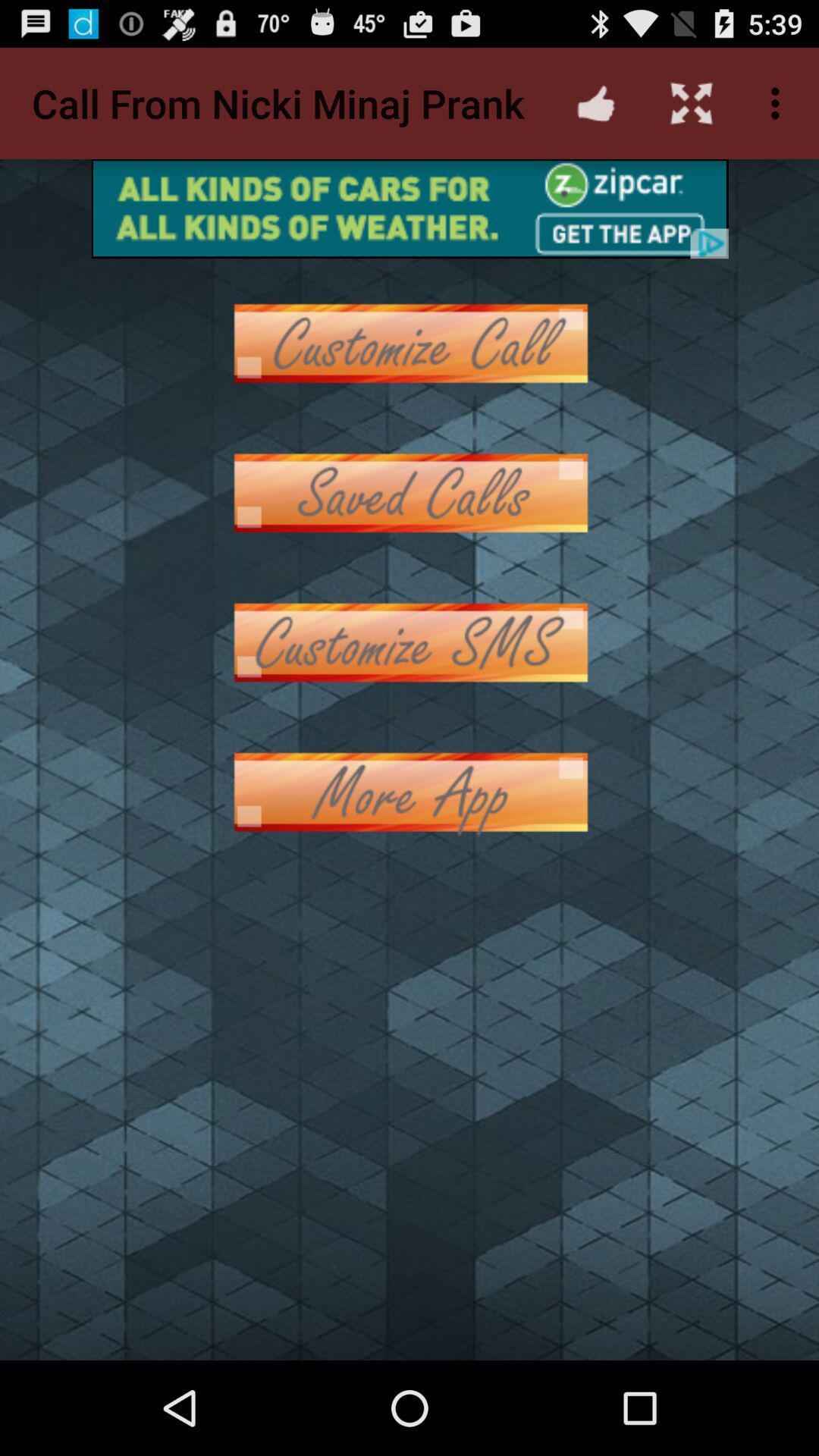 The image size is (819, 1456). Describe the element at coordinates (409, 791) in the screenshot. I see `more options` at that location.